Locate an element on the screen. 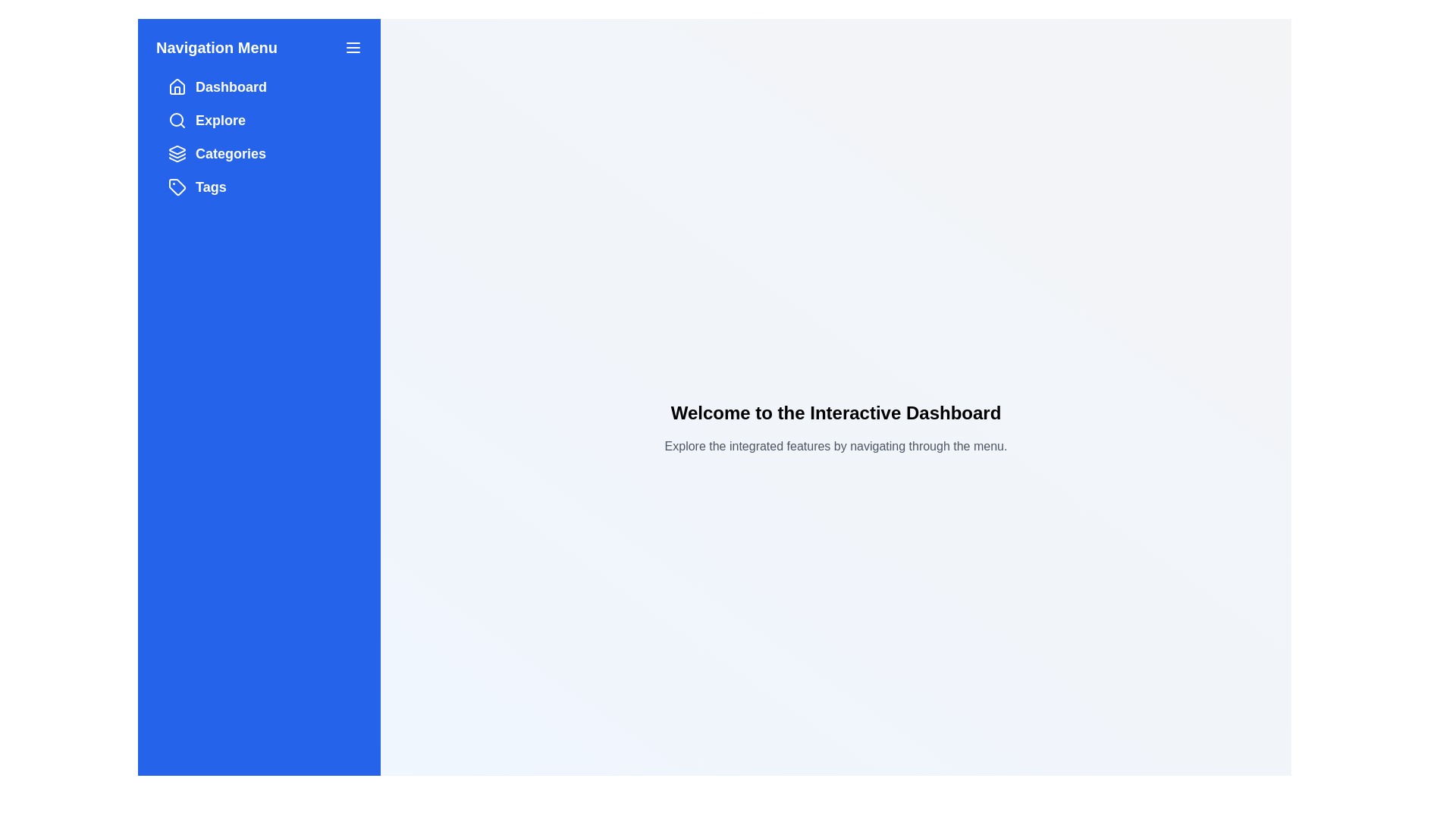  the welcome message text for copying is located at coordinates (664, 400).